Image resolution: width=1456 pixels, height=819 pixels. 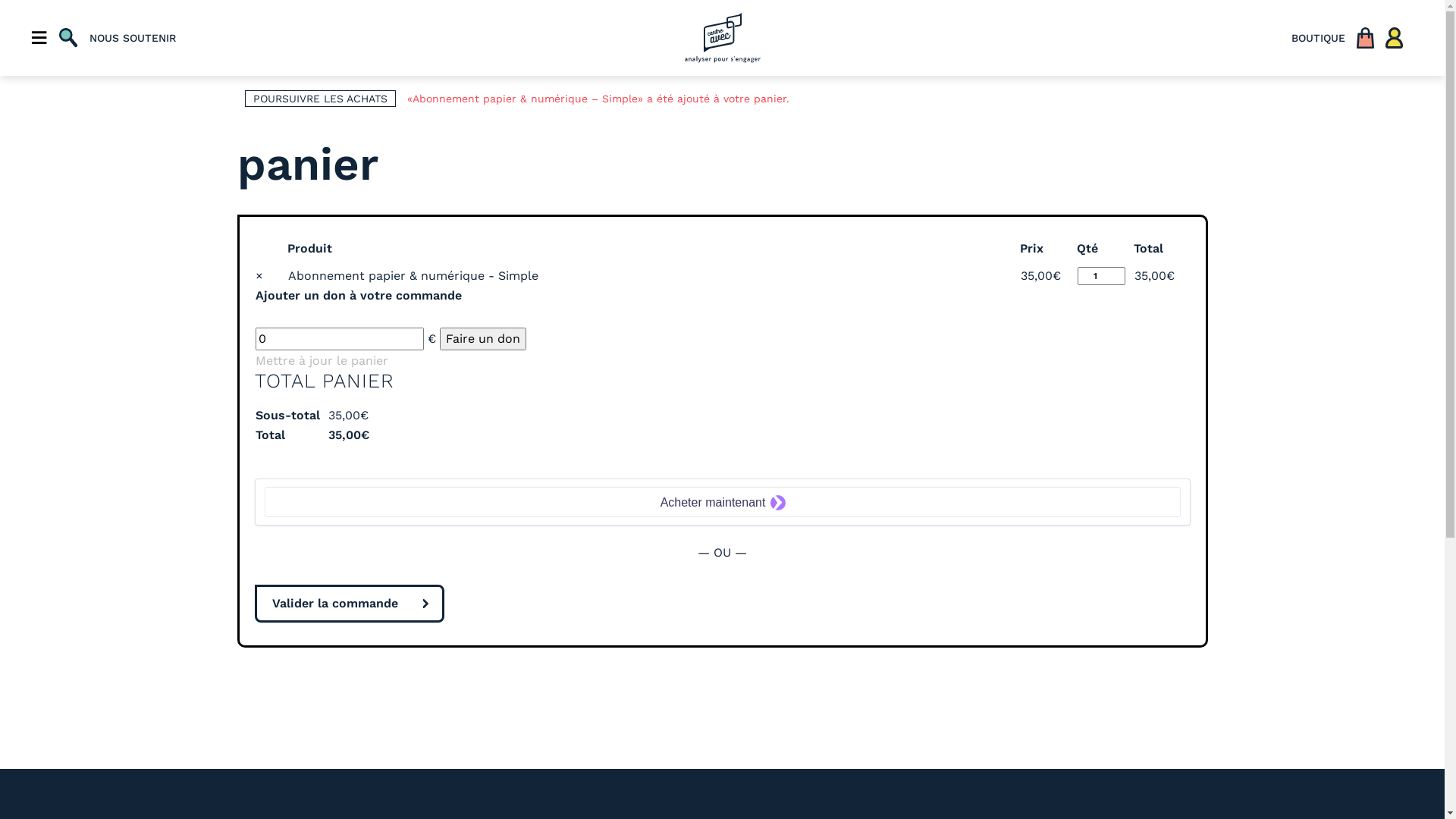 I want to click on 'BOUTIQUE', so click(x=1317, y=37).